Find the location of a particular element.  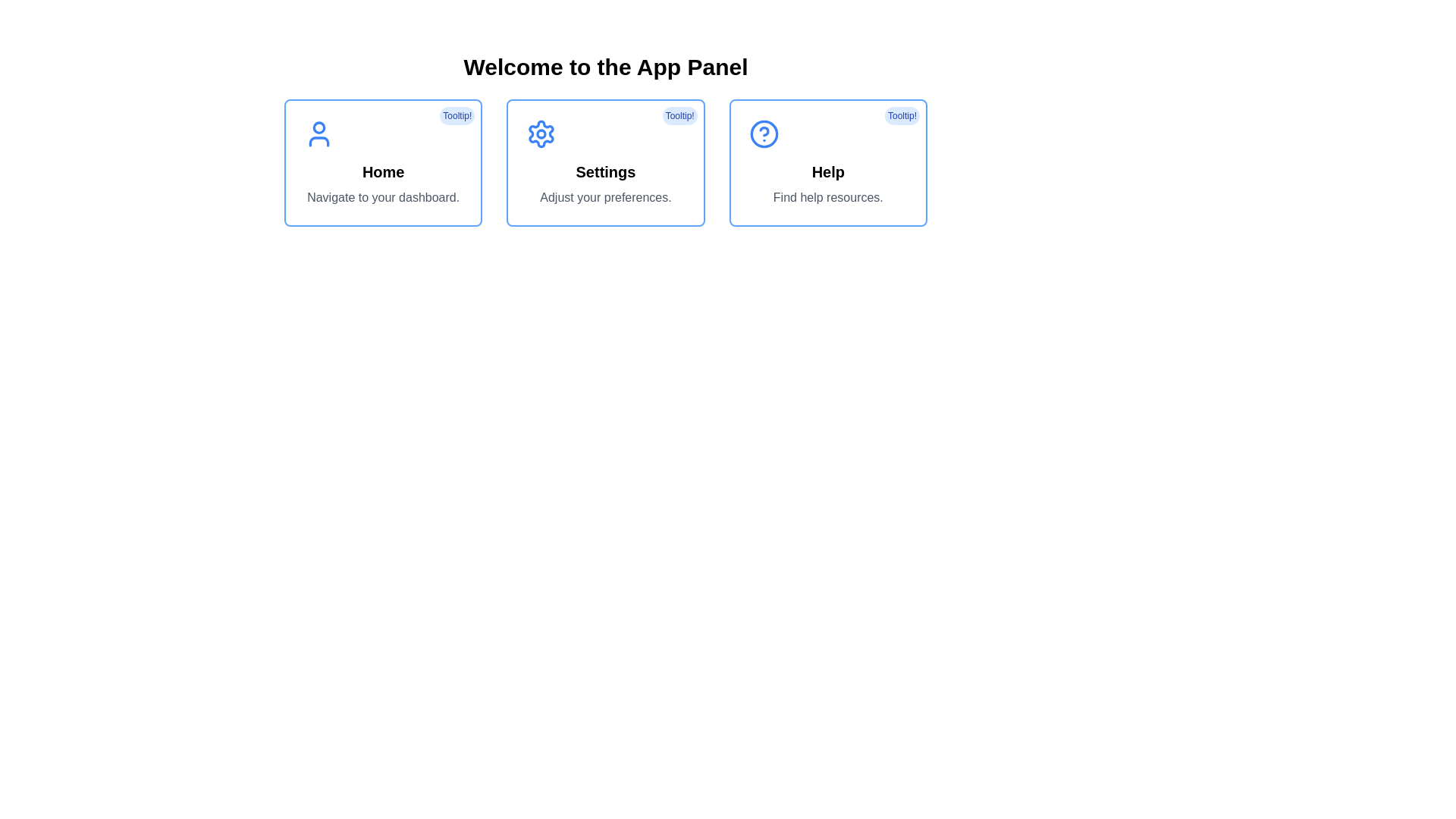

the text of the tooltip label with light blue background and 'Tooltip!' text located at the top-right corner of the 'Home' card is located at coordinates (457, 115).